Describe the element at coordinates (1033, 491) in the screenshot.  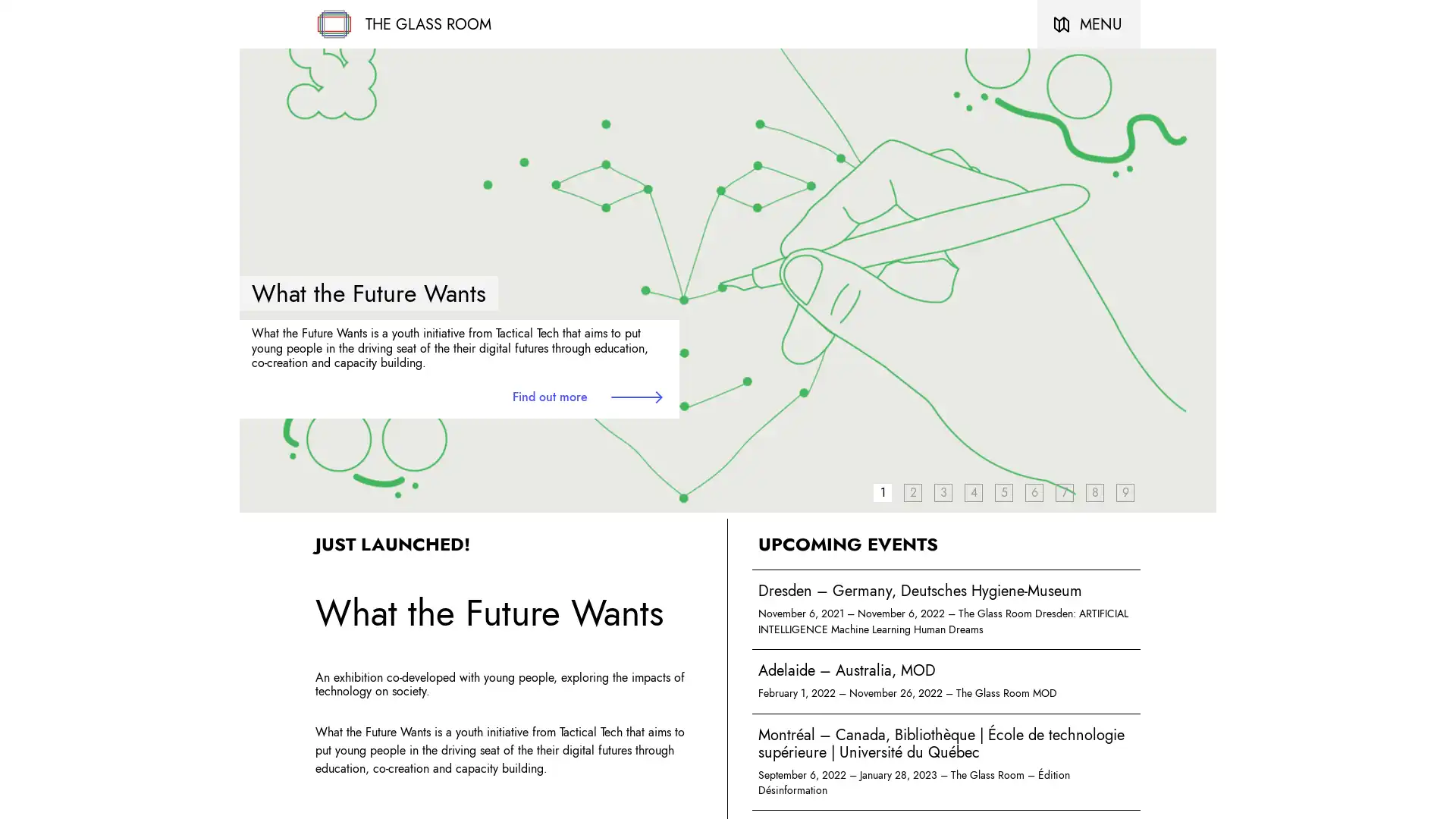
I see `slide item 6` at that location.